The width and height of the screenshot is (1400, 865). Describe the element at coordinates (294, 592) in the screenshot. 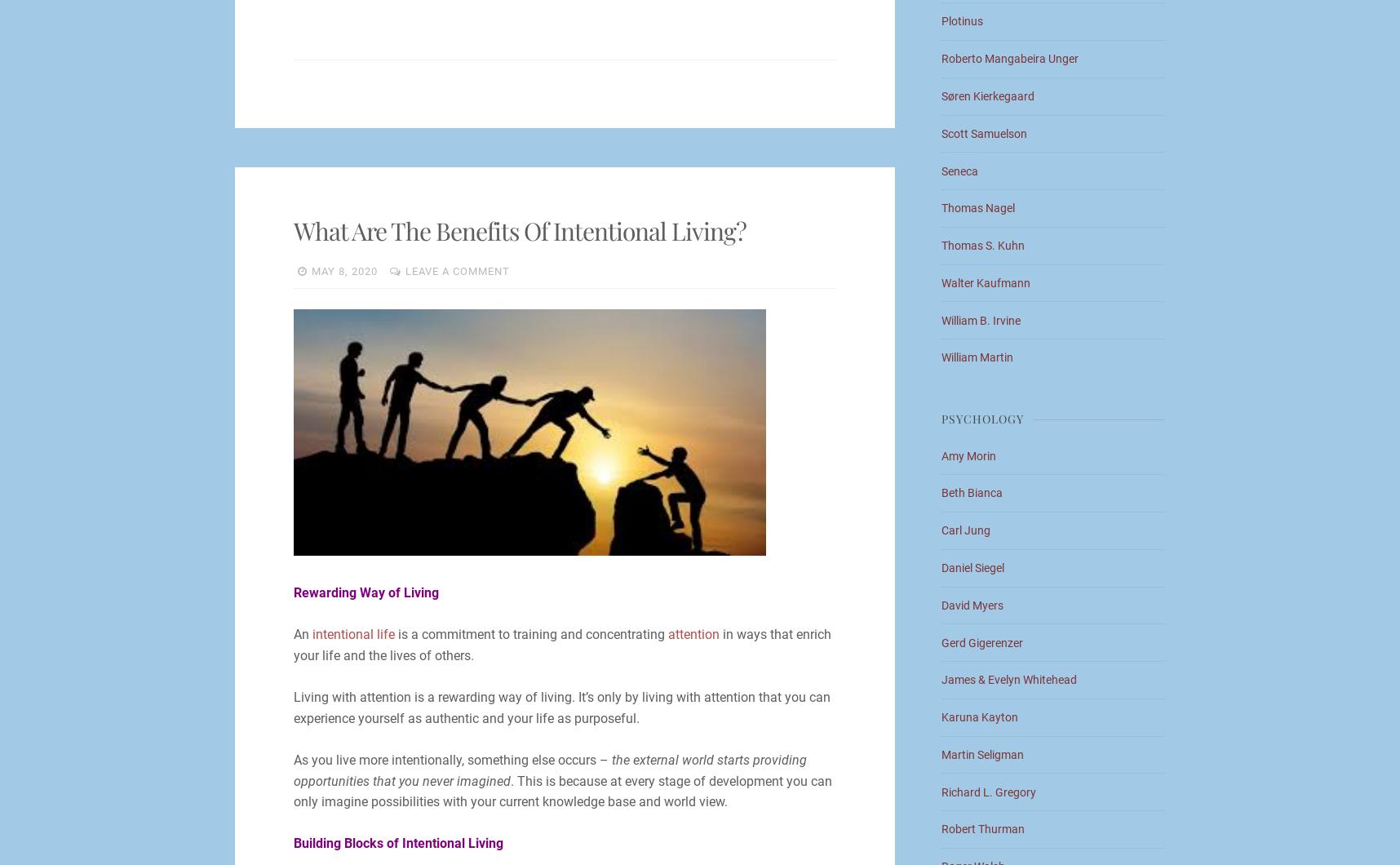

I see `'Rewarding Way of Living'` at that location.